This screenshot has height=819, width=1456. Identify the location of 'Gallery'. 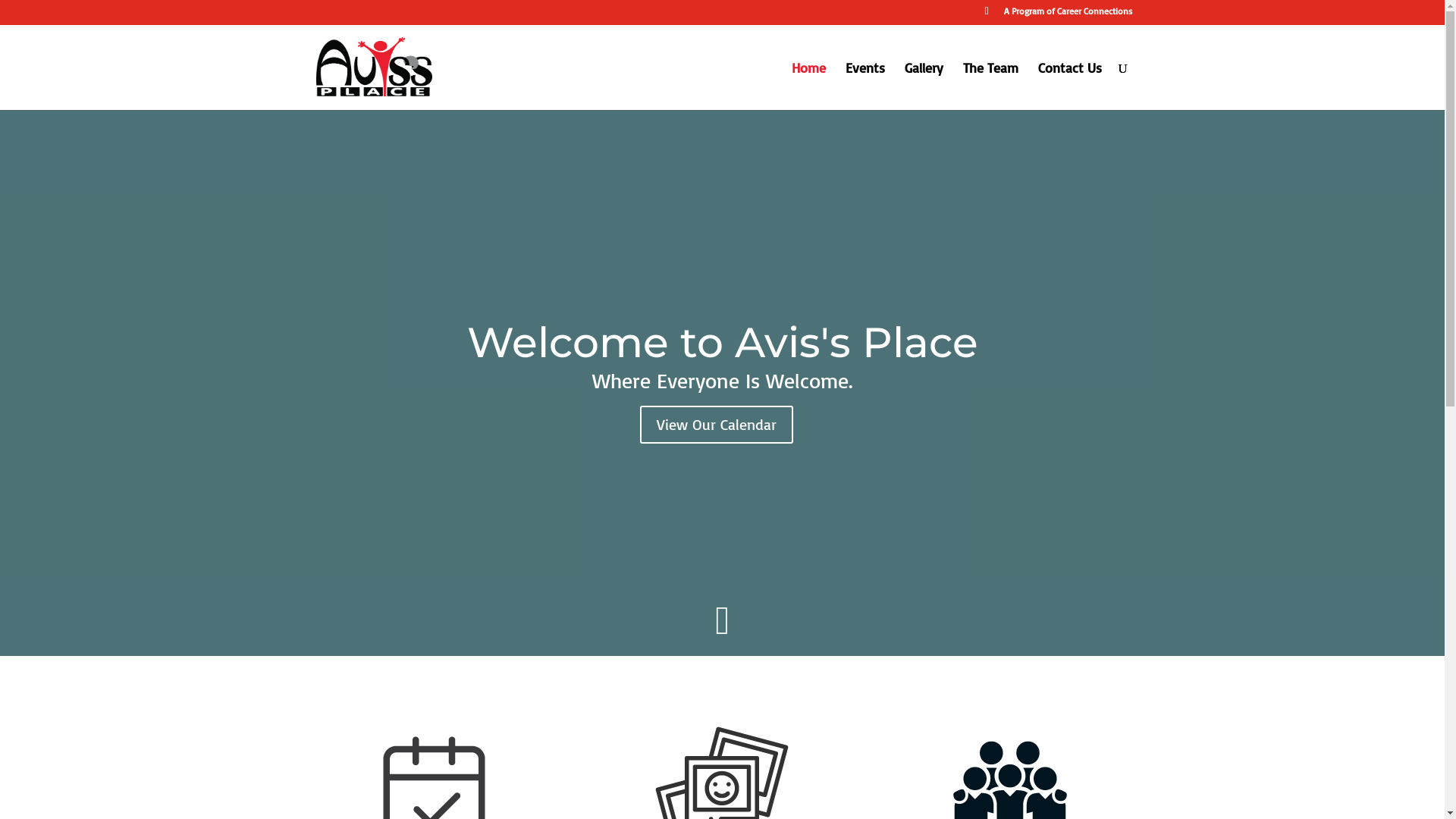
(922, 86).